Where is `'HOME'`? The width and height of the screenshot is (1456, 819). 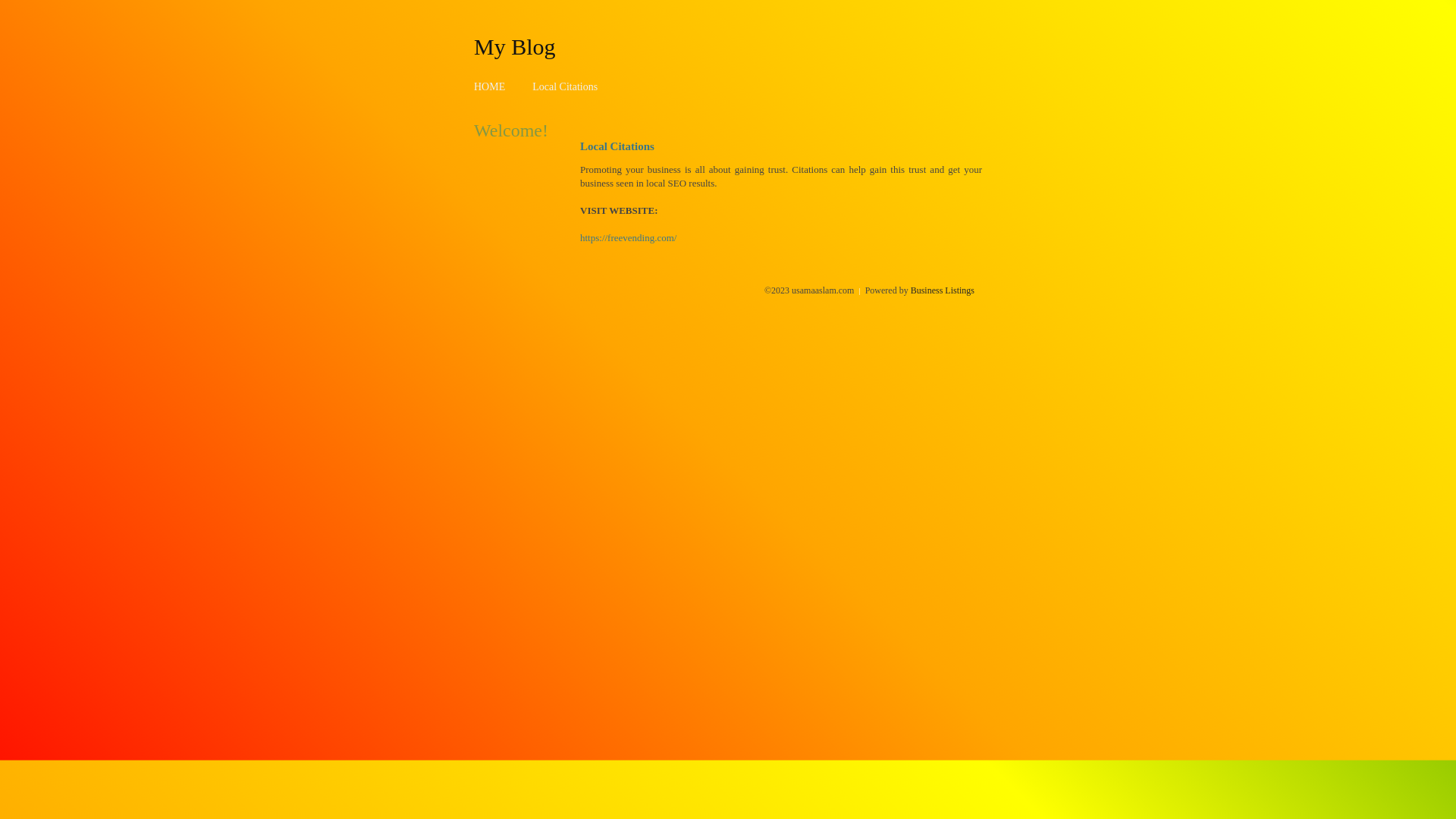 'HOME' is located at coordinates (489, 86).